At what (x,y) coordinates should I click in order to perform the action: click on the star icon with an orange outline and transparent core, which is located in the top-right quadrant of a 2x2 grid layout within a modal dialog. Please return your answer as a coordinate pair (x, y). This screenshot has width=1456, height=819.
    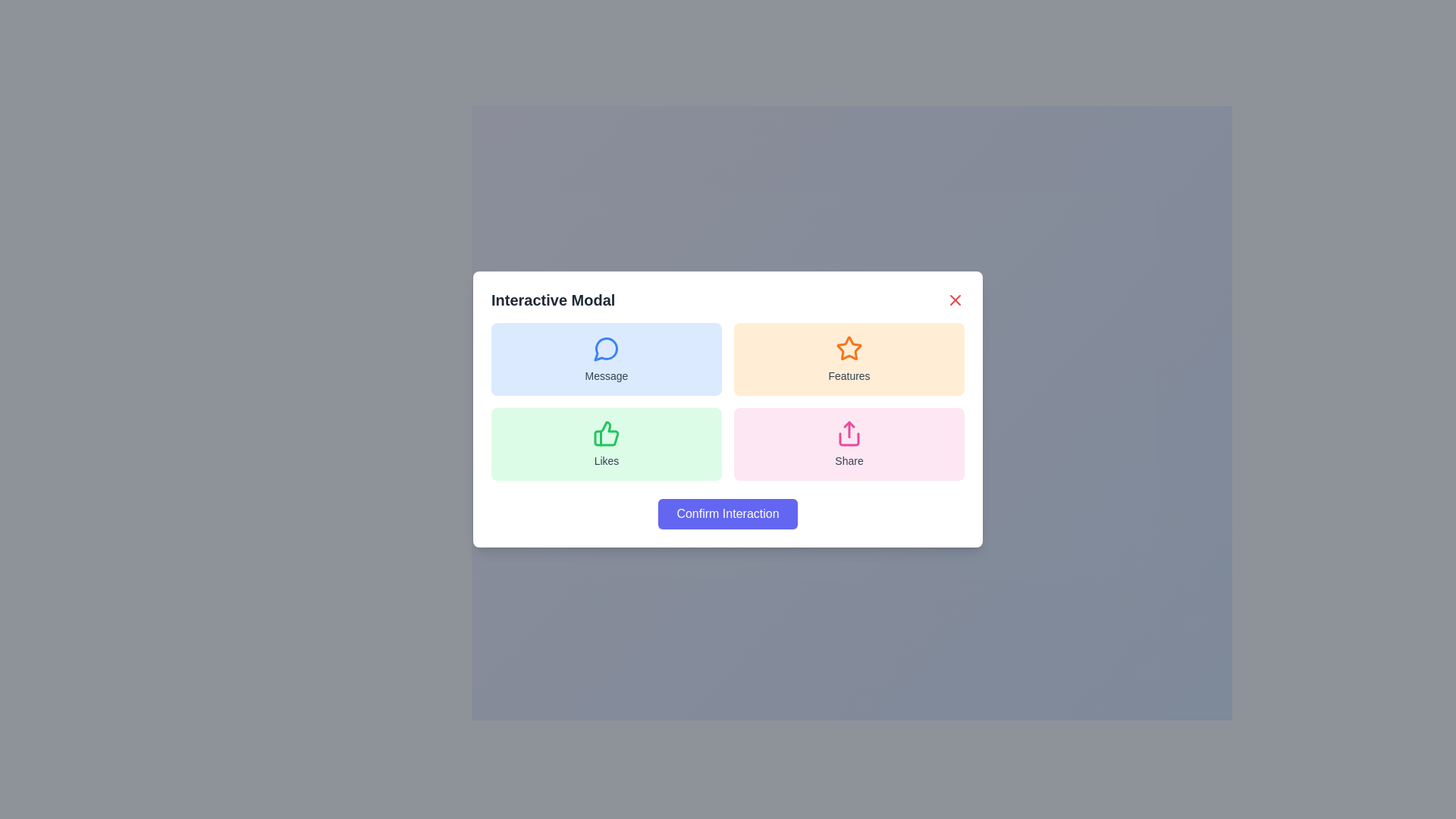
    Looking at the image, I should click on (848, 348).